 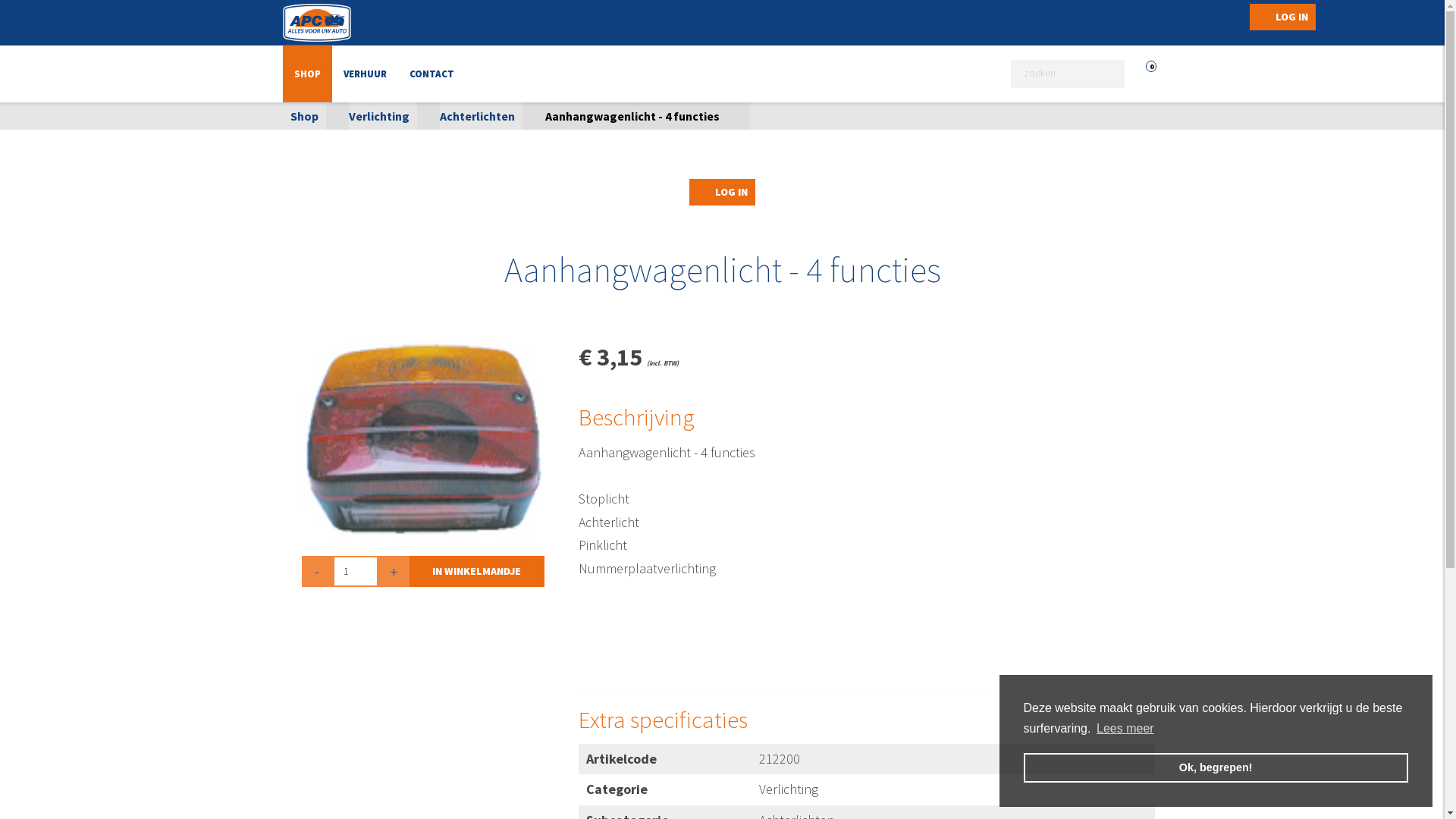 I want to click on 'VERHUUR', so click(x=365, y=74).